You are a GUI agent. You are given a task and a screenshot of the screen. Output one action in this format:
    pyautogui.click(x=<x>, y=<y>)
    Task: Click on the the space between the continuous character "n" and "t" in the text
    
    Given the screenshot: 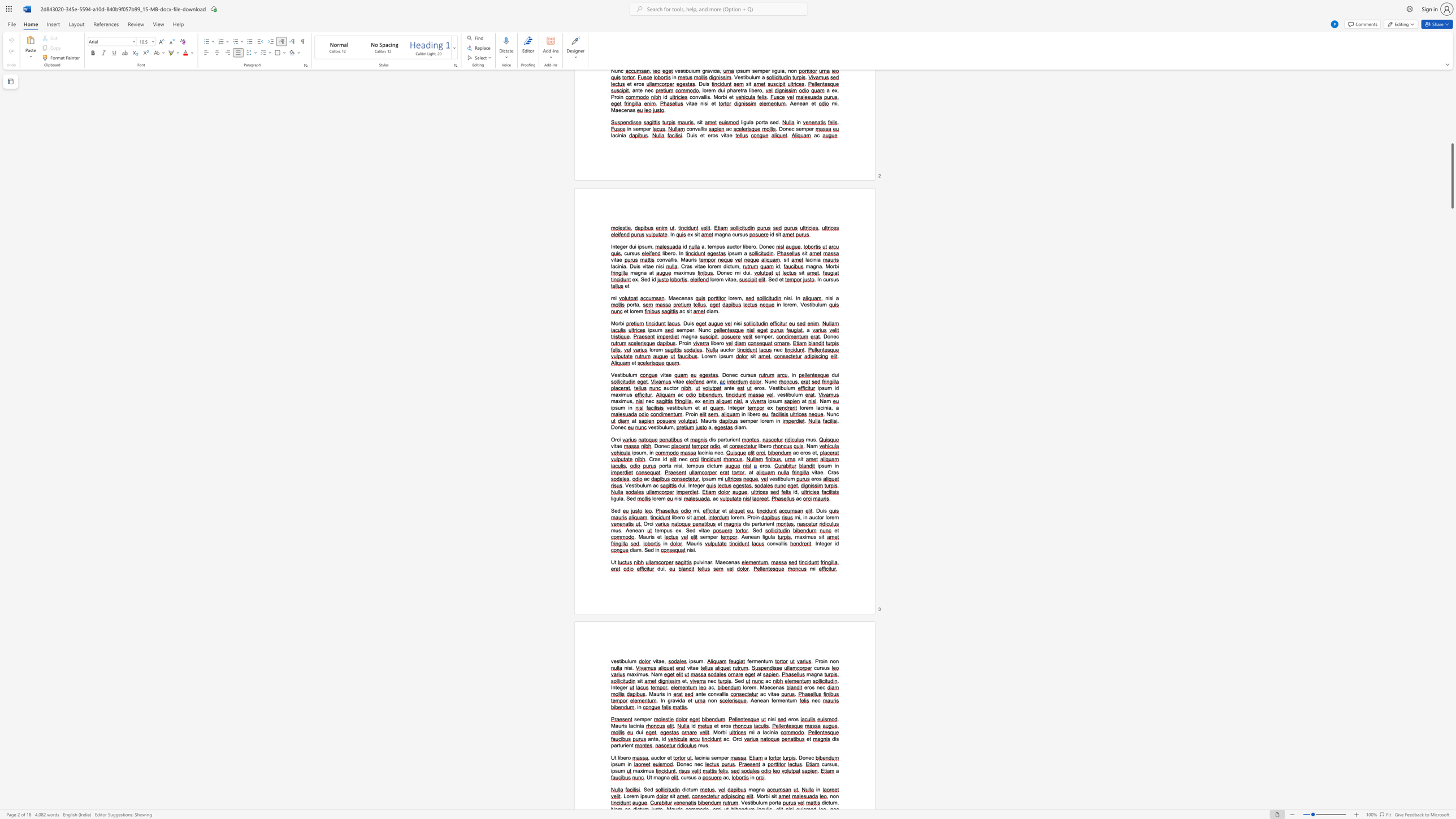 What is the action you would take?
    pyautogui.click(x=700, y=694)
    